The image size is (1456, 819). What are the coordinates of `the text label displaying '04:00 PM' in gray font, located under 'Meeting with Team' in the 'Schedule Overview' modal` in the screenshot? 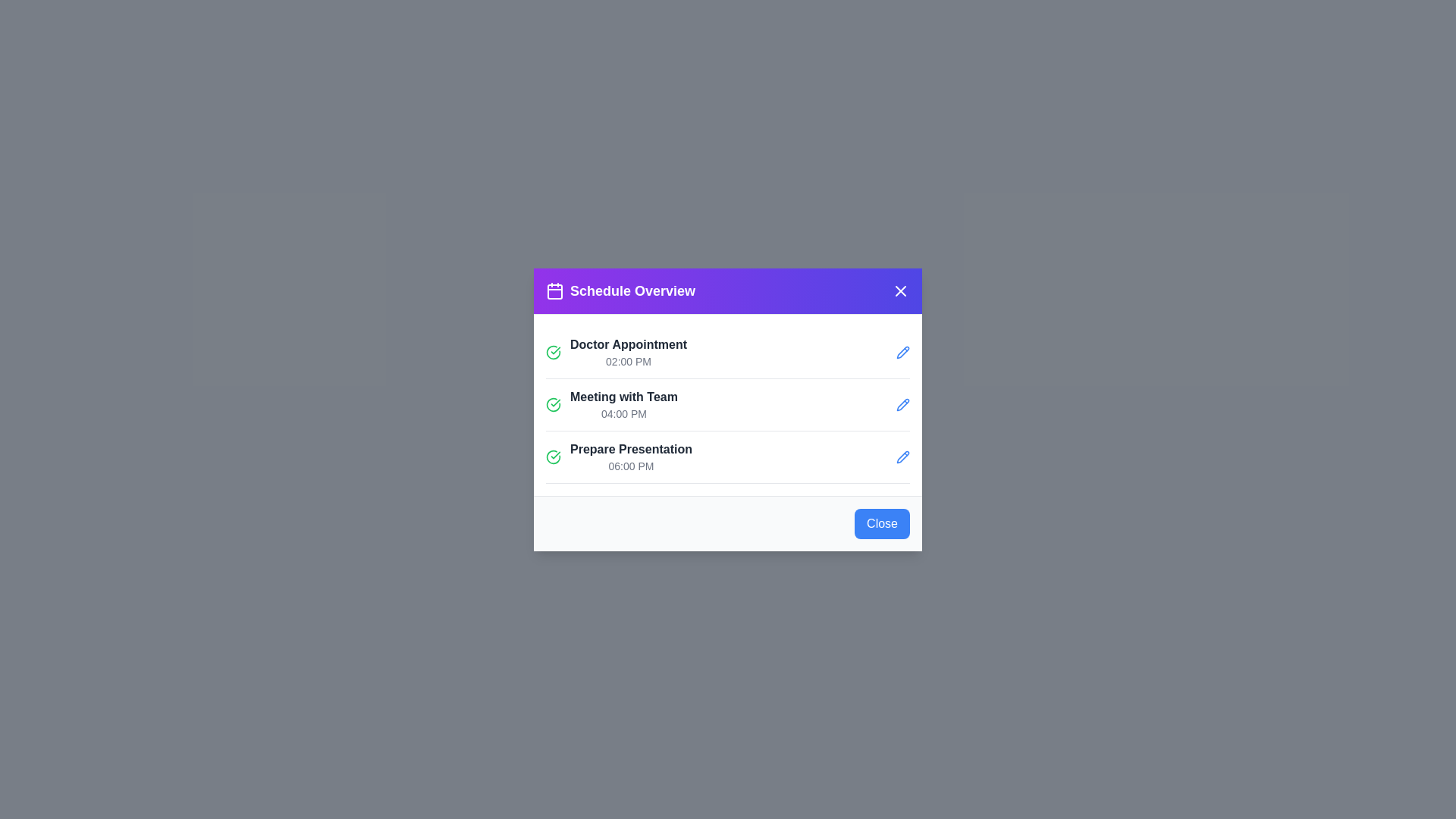 It's located at (623, 413).